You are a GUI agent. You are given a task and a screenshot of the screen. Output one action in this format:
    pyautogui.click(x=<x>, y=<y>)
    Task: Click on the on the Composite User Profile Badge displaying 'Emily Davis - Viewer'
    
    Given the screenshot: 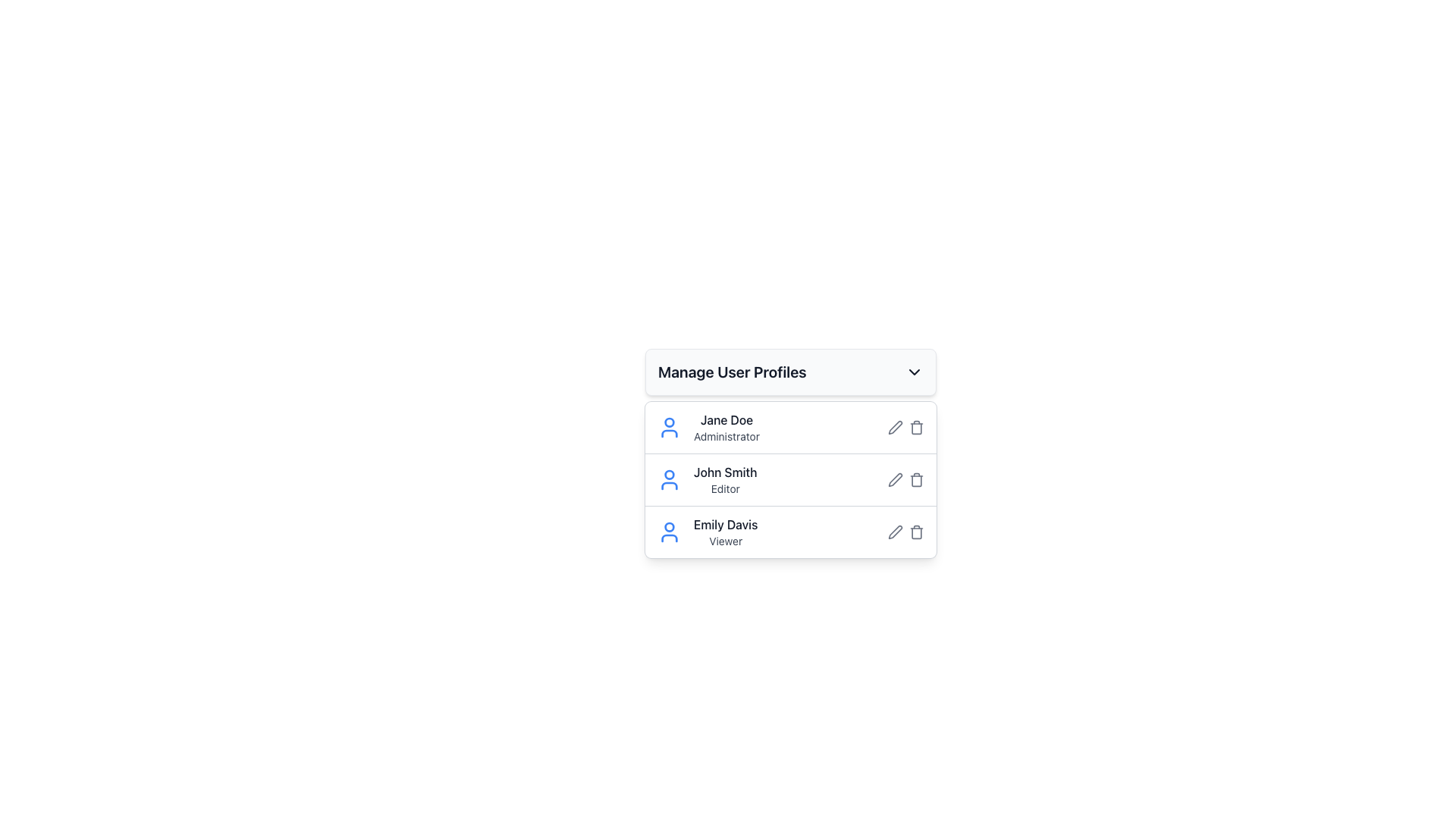 What is the action you would take?
    pyautogui.click(x=707, y=532)
    